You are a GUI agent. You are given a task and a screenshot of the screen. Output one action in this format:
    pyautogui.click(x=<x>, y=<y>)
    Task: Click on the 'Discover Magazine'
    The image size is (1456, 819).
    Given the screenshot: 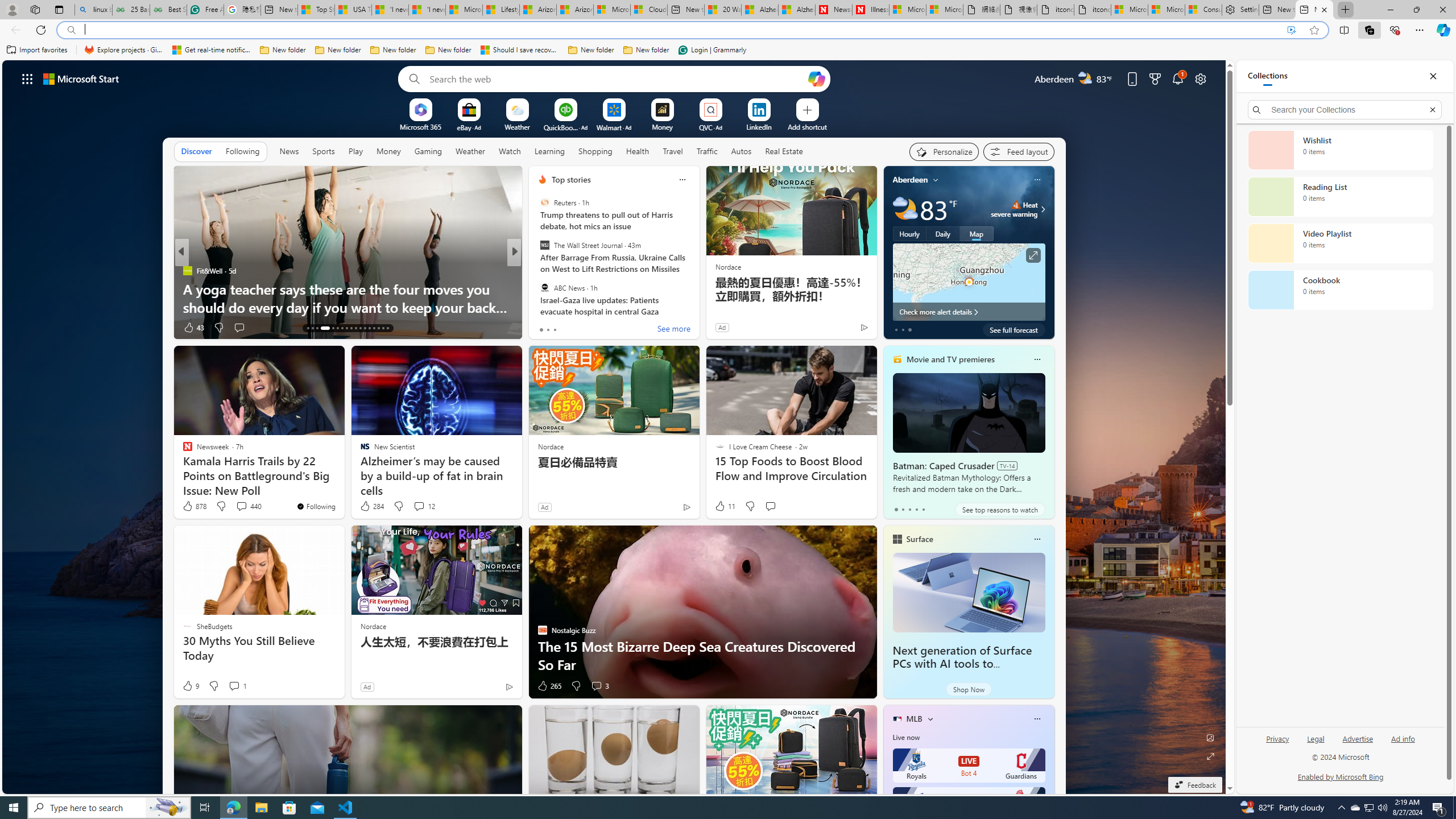 What is the action you would take?
    pyautogui.click(x=537, y=270)
    